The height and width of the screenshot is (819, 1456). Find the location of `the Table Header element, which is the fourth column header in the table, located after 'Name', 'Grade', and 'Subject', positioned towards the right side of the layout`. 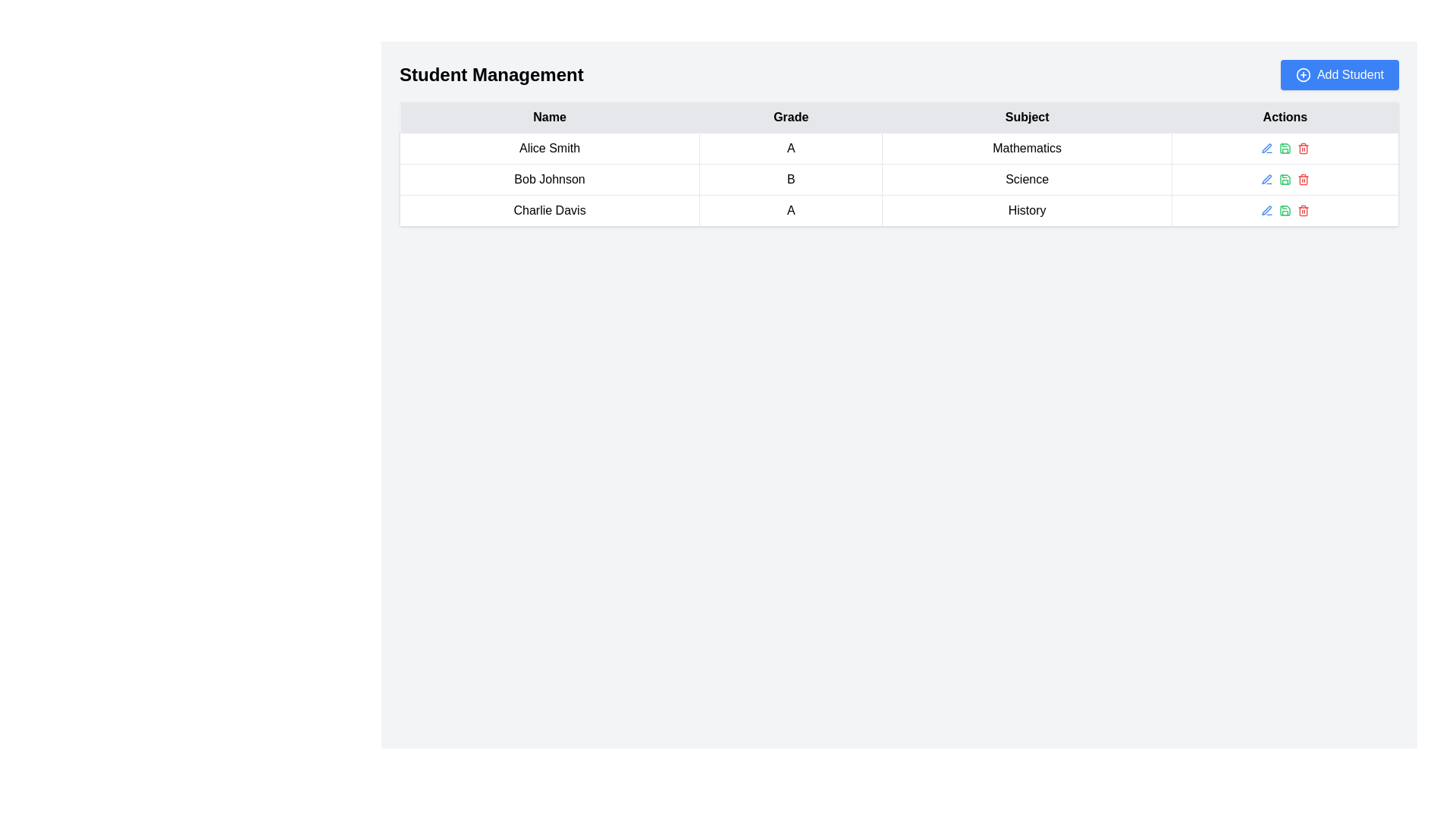

the Table Header element, which is the fourth column header in the table, located after 'Name', 'Grade', and 'Subject', positioned towards the right side of the layout is located at coordinates (1284, 117).